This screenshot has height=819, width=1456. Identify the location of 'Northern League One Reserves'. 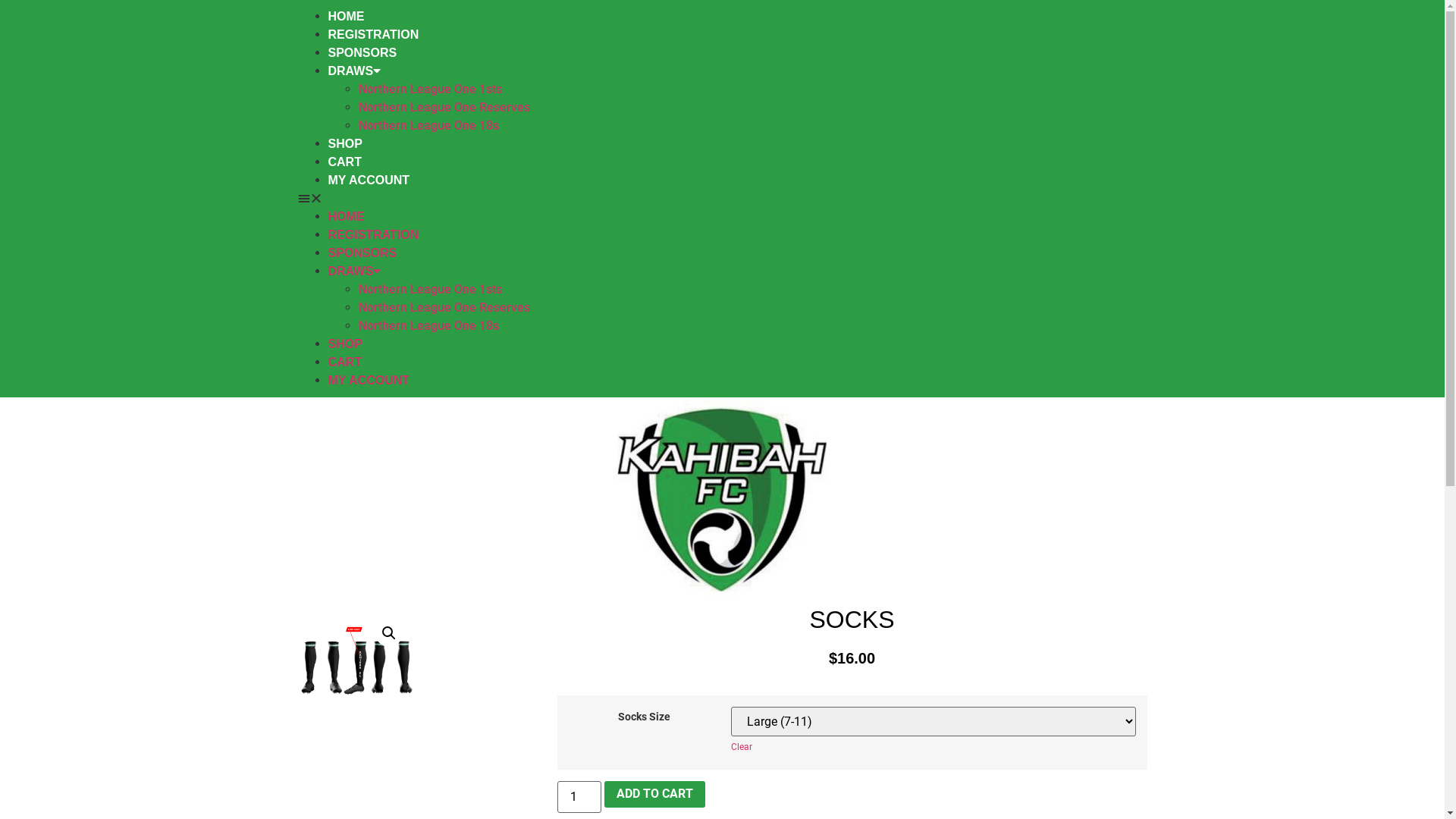
(443, 106).